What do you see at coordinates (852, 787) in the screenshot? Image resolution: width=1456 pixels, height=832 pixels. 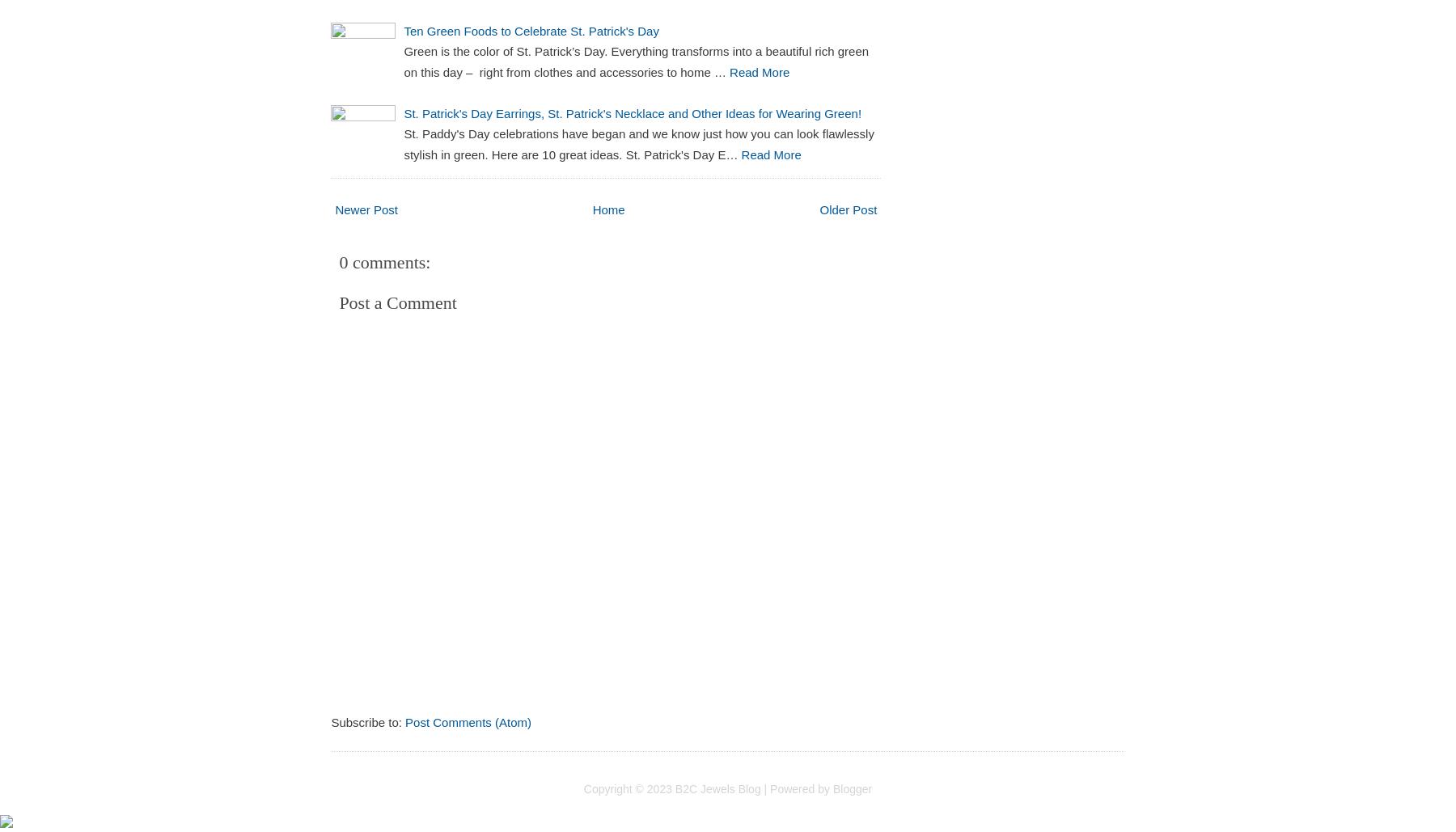 I see `'Blogger'` at bounding box center [852, 787].